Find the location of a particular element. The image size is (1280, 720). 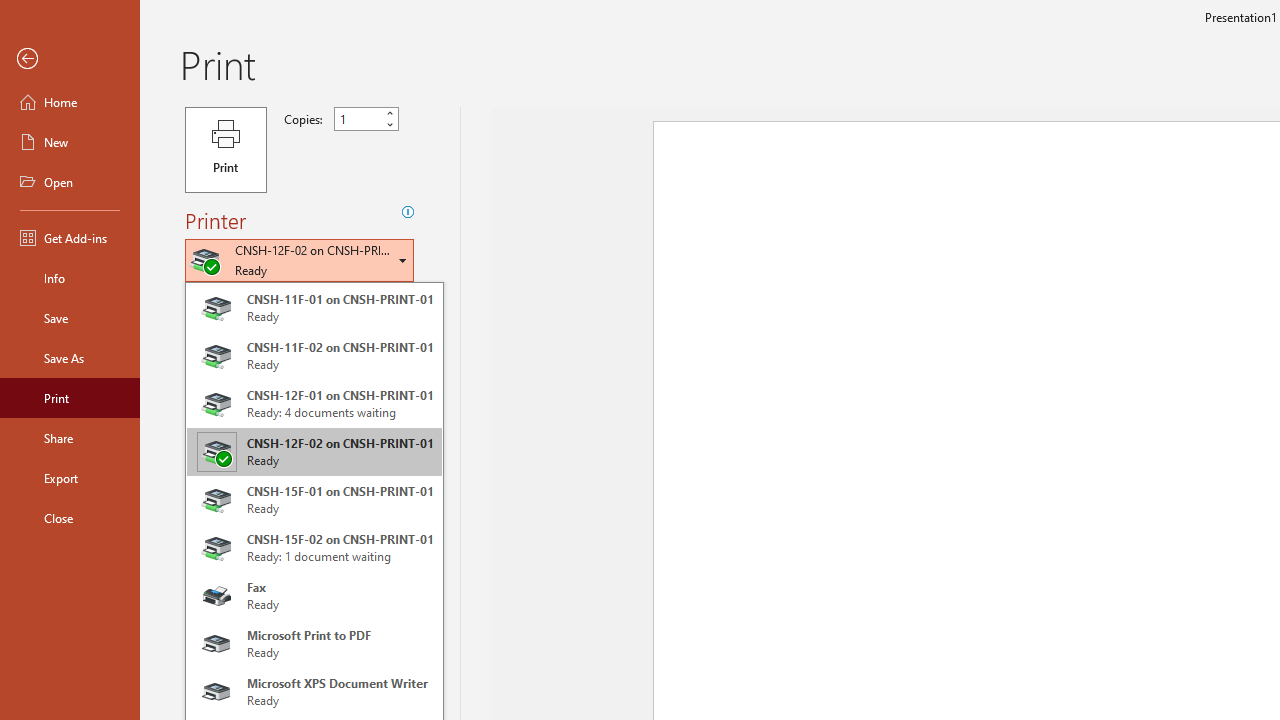

'Copies' is located at coordinates (366, 119).